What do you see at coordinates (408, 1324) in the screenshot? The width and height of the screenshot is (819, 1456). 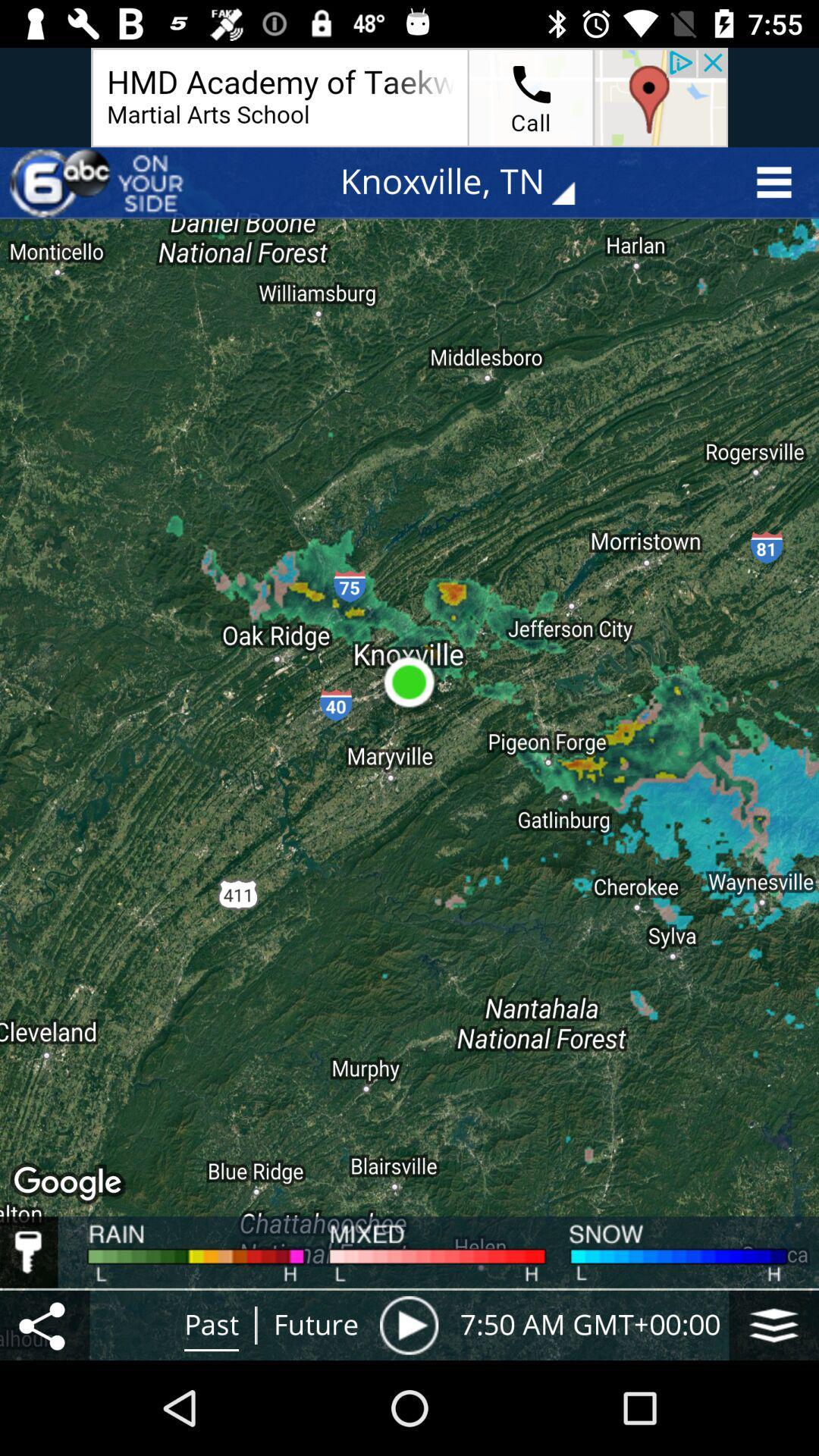 I see `the icon next to 7 50 am item` at bounding box center [408, 1324].